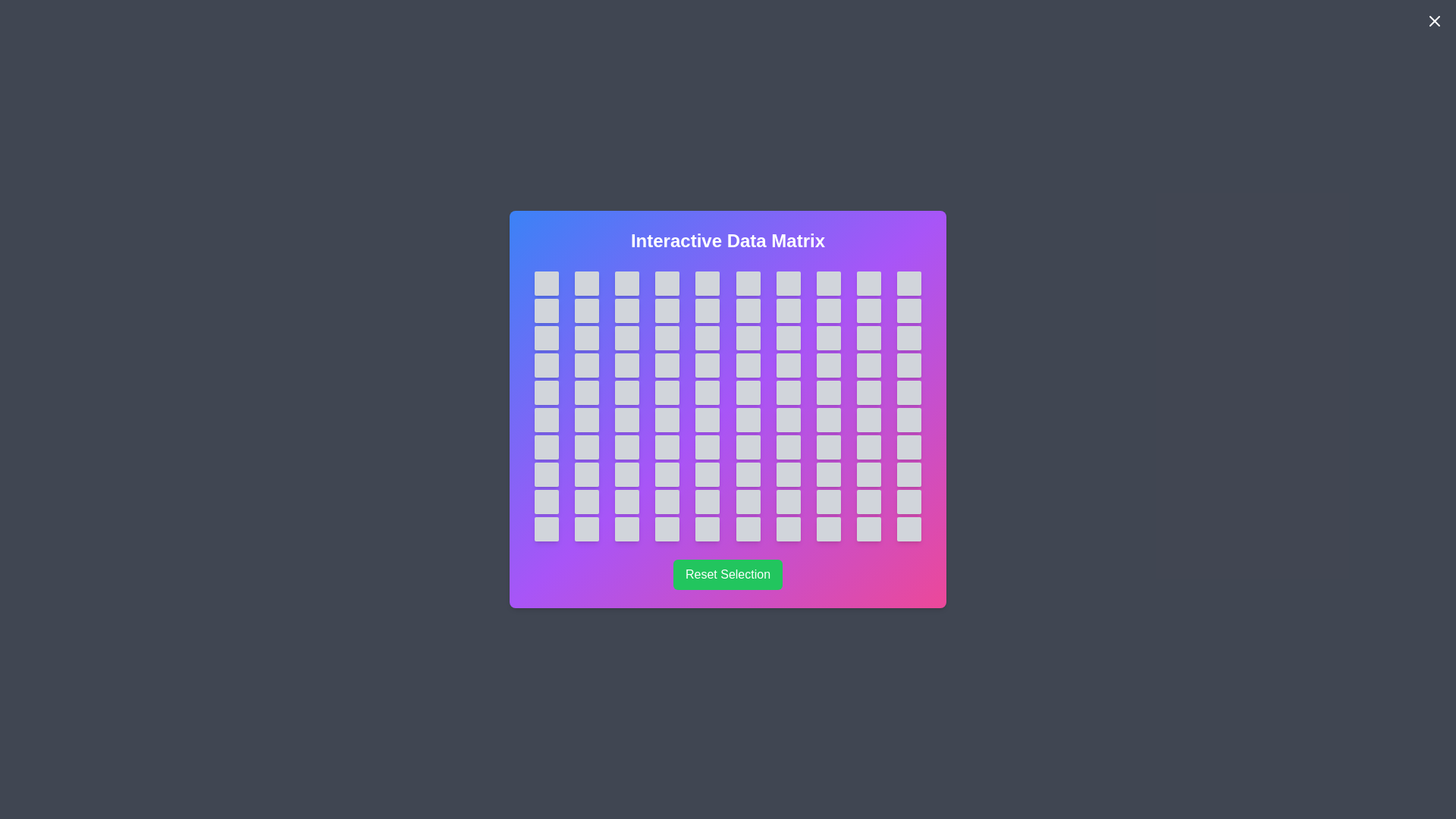  What do you see at coordinates (1433, 20) in the screenshot?
I see `the close button to close the dialog` at bounding box center [1433, 20].